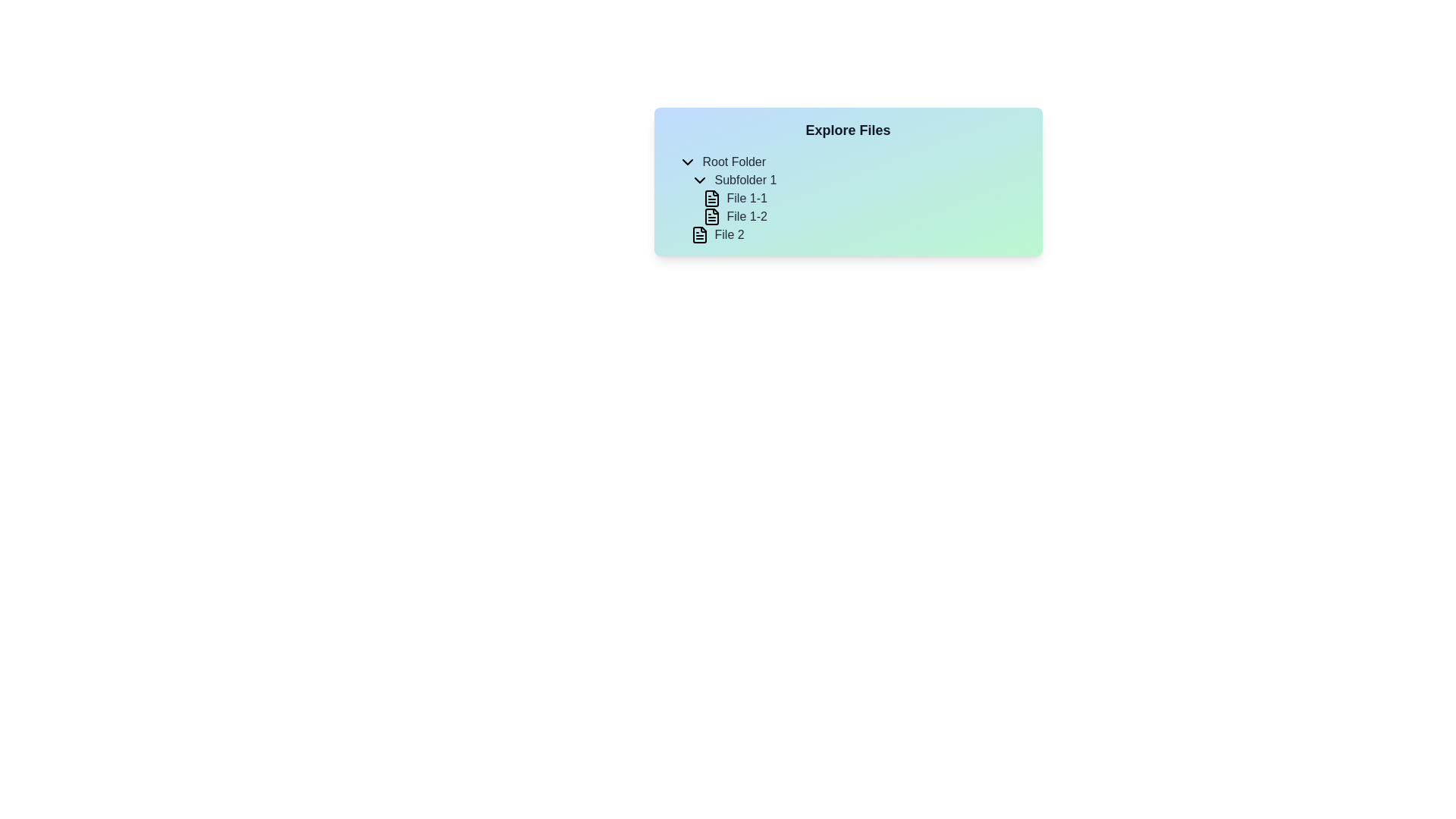  What do you see at coordinates (747, 198) in the screenshot?
I see `the content of the text label reading 'File 1-1', which is styled in gray and positioned under the 'Subfolder 1' category in the 'Explore Files' section` at bounding box center [747, 198].